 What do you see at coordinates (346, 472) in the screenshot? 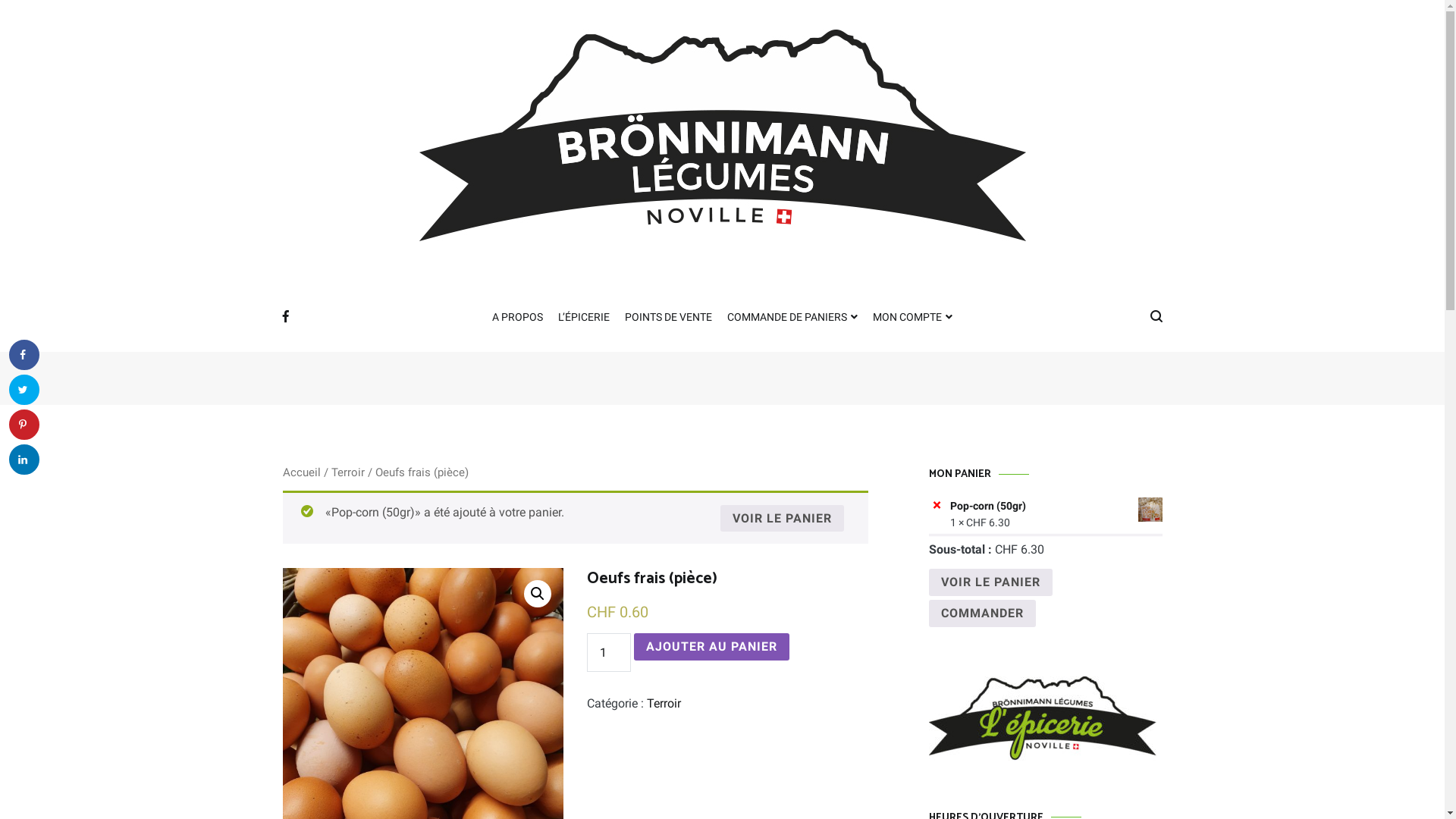
I see `'Terroir'` at bounding box center [346, 472].